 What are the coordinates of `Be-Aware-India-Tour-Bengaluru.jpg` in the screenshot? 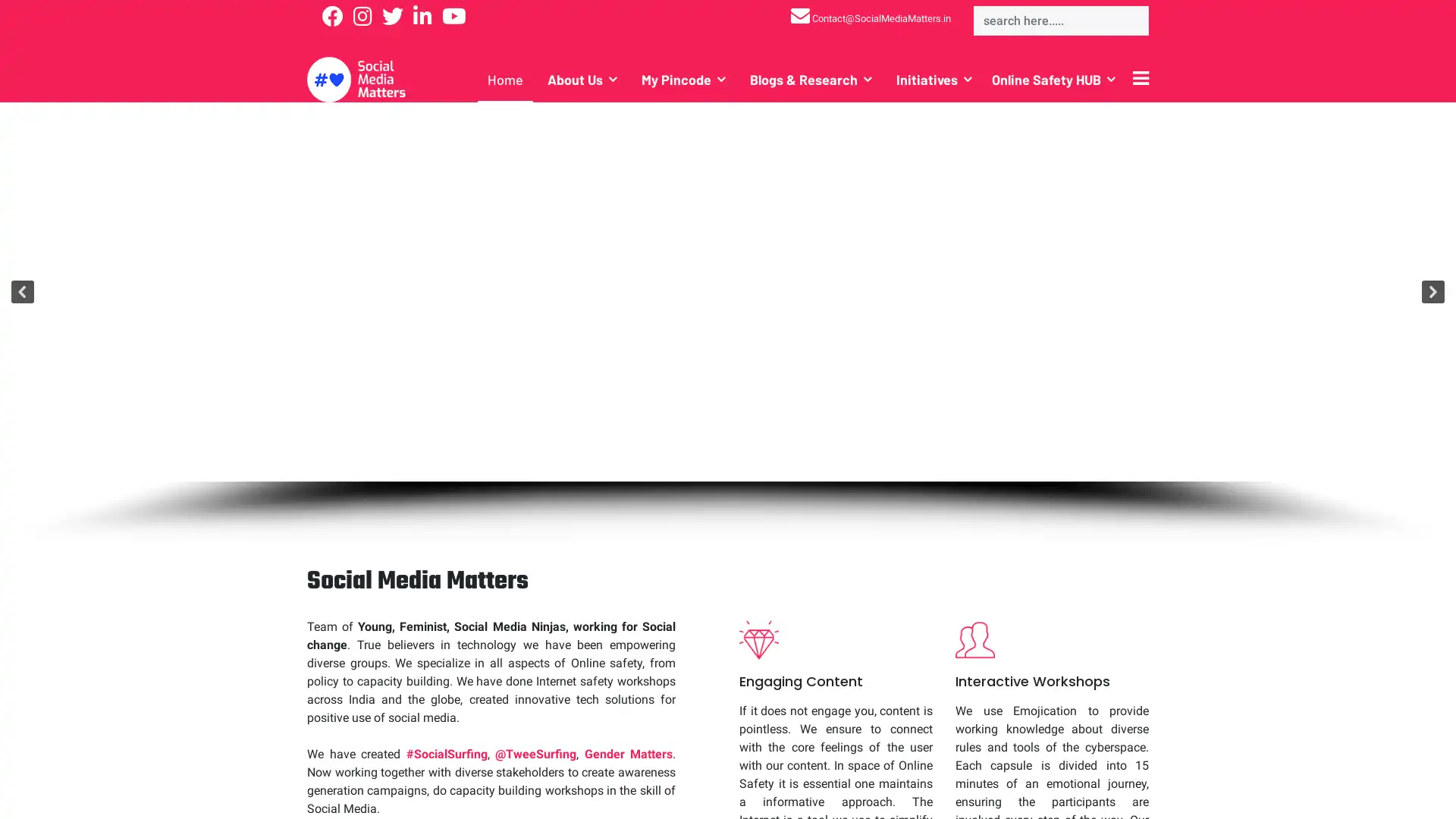 It's located at (679, 466).